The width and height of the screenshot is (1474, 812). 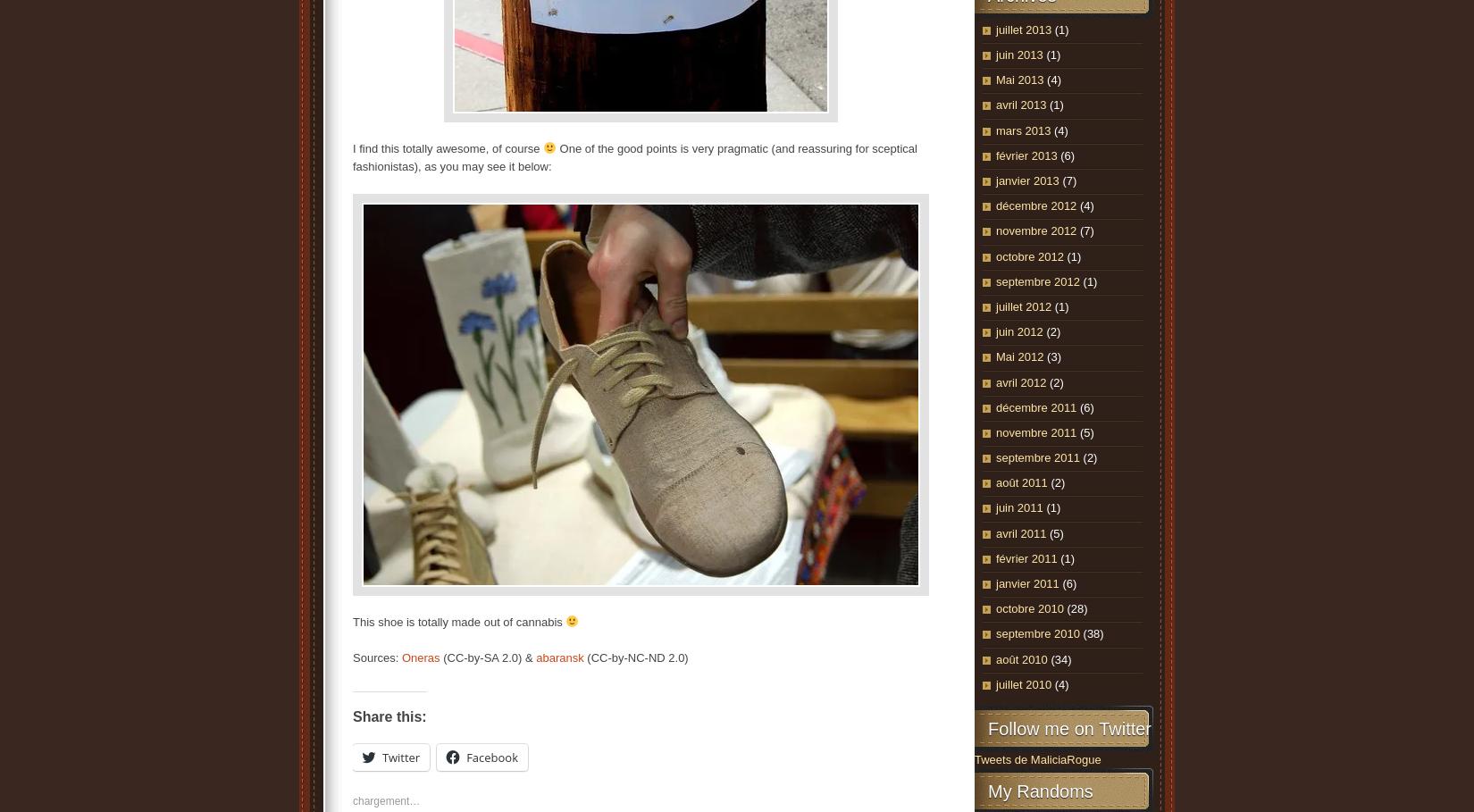 I want to click on 'juin 2012', so click(x=996, y=331).